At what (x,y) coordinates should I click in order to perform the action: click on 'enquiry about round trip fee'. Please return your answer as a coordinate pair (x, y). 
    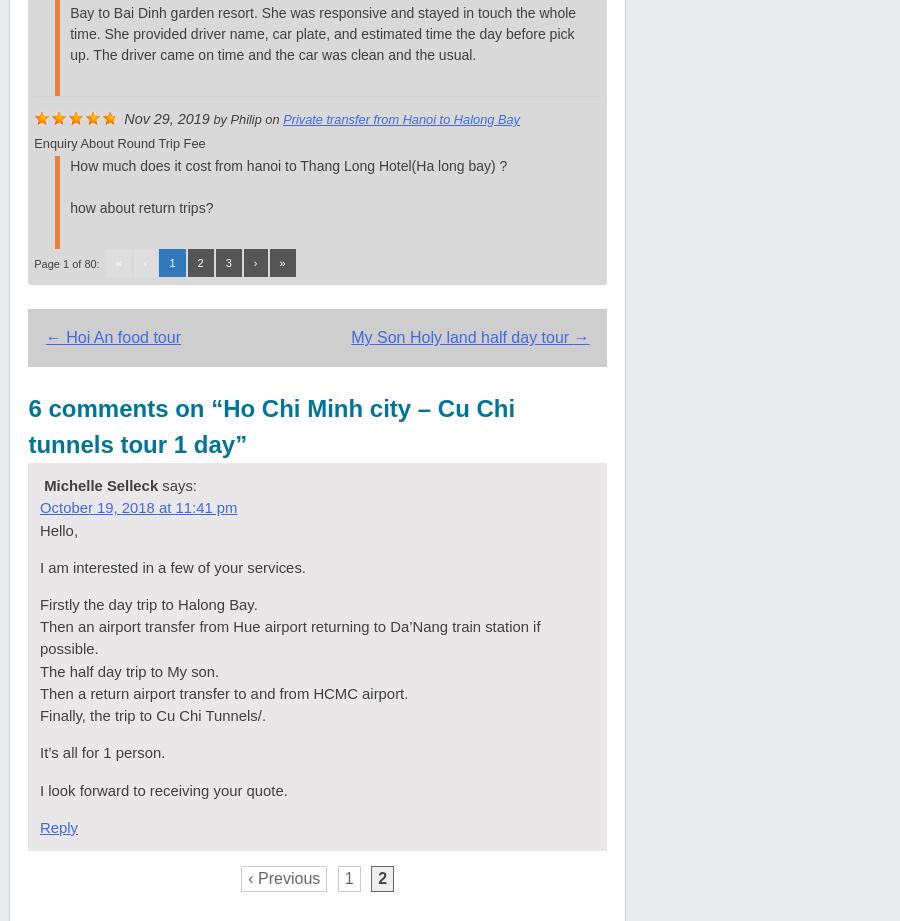
    Looking at the image, I should click on (119, 142).